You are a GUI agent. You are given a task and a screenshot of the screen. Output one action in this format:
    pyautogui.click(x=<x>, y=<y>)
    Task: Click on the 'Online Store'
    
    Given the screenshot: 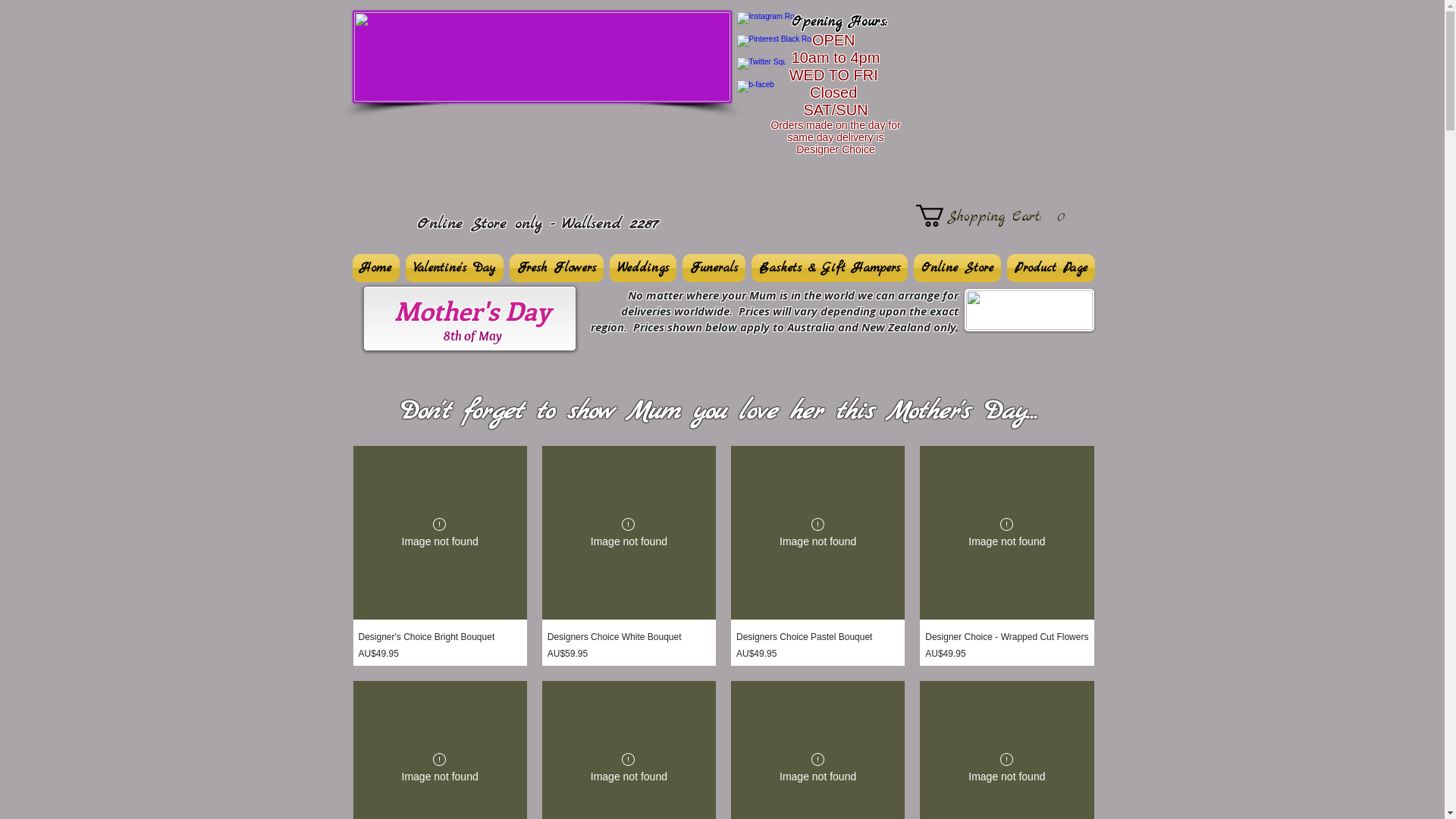 What is the action you would take?
    pyautogui.click(x=955, y=267)
    